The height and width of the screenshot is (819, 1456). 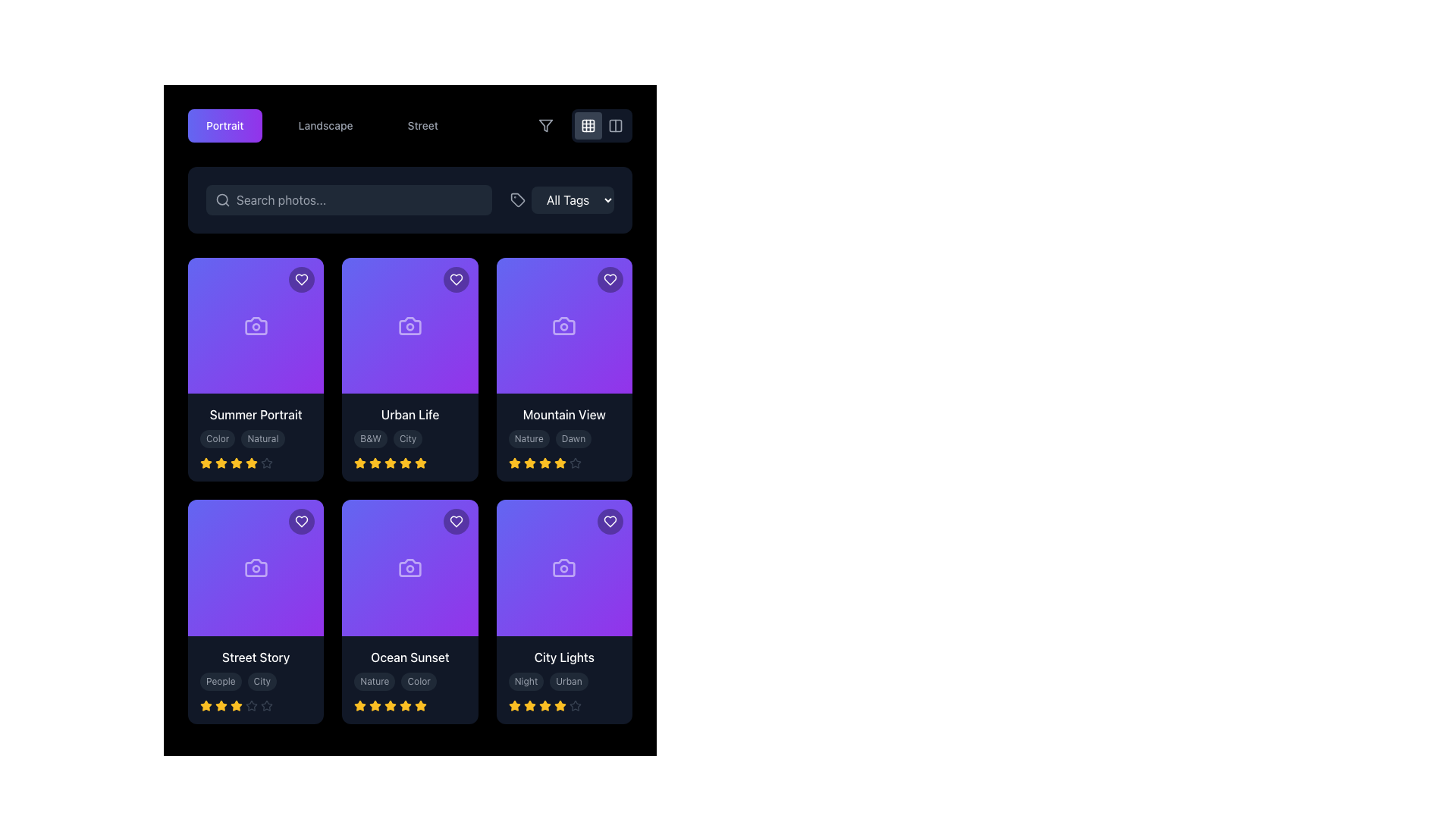 What do you see at coordinates (455, 521) in the screenshot?
I see `the heart-shaped icon button with a semi-transparent black background located at the top-right corner of the 'Ocean Sunset' card to favorite or like the associated item` at bounding box center [455, 521].